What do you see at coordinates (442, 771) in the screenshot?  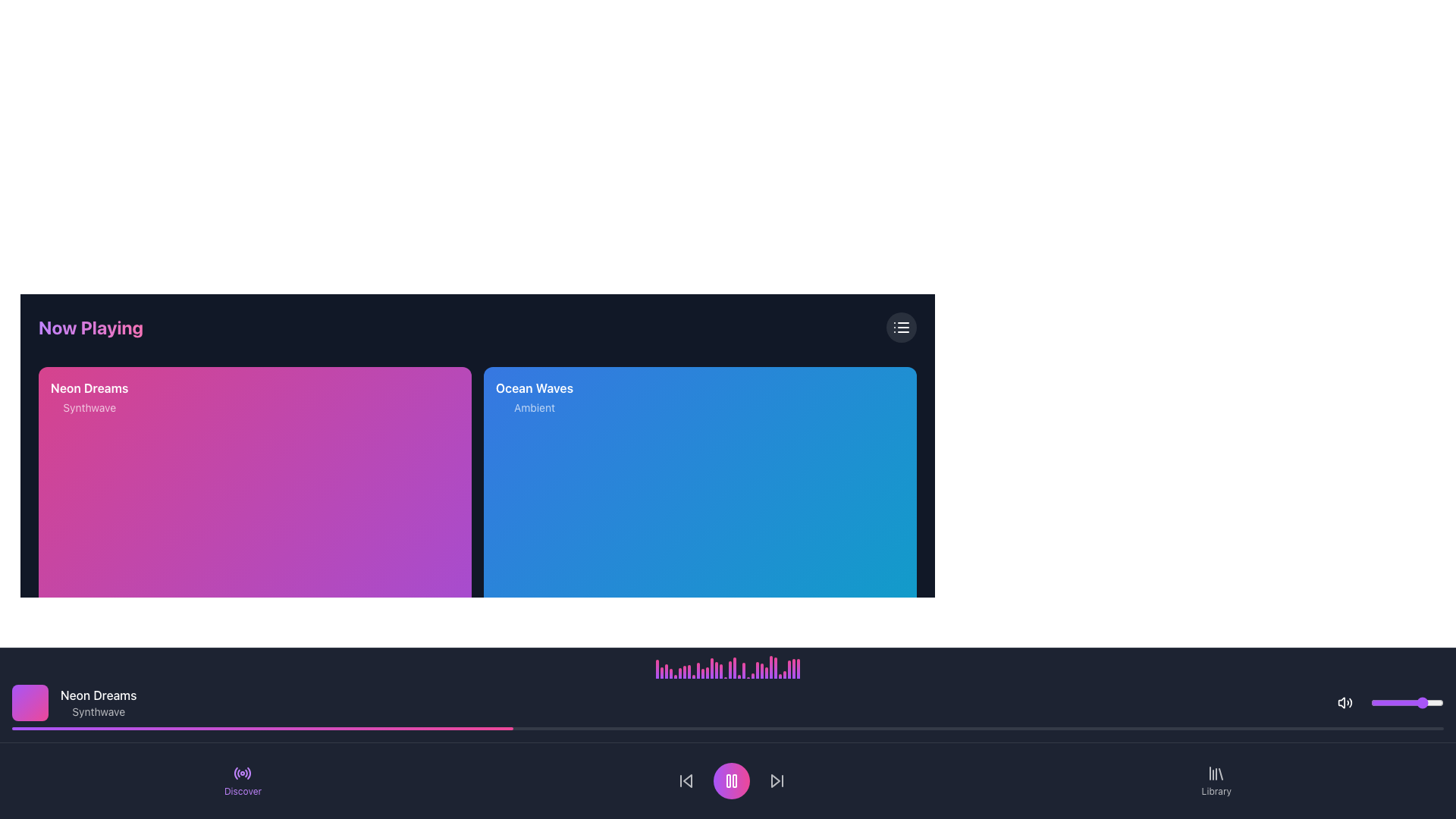 I see `the play button located at the far right of the interface to change its appearance, which initiates playback for the audio content` at bounding box center [442, 771].